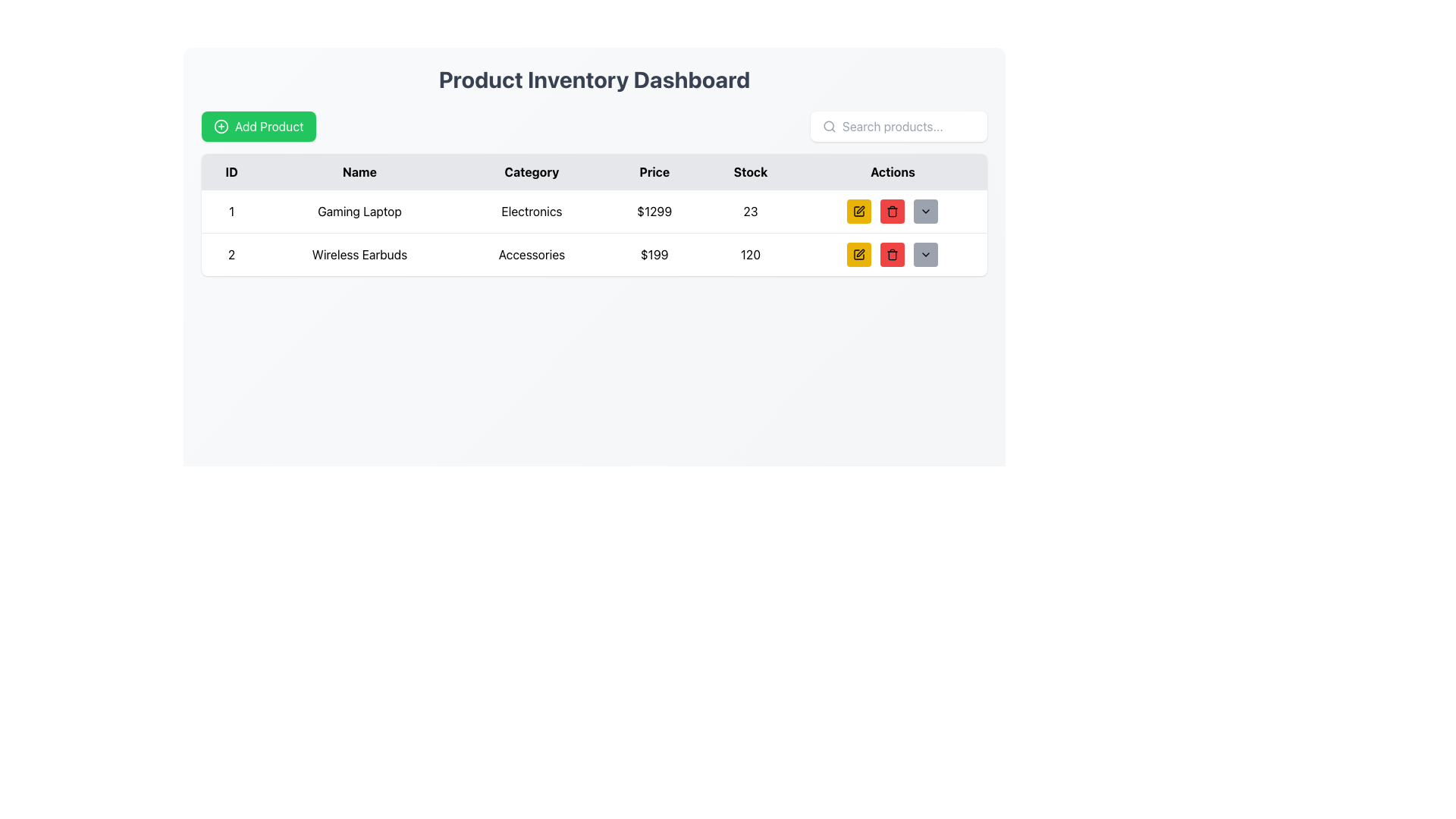  I want to click on the edit SVG icon located in the first row of the table under the 'Actions' column, which is part of a yellow button, so click(861, 210).